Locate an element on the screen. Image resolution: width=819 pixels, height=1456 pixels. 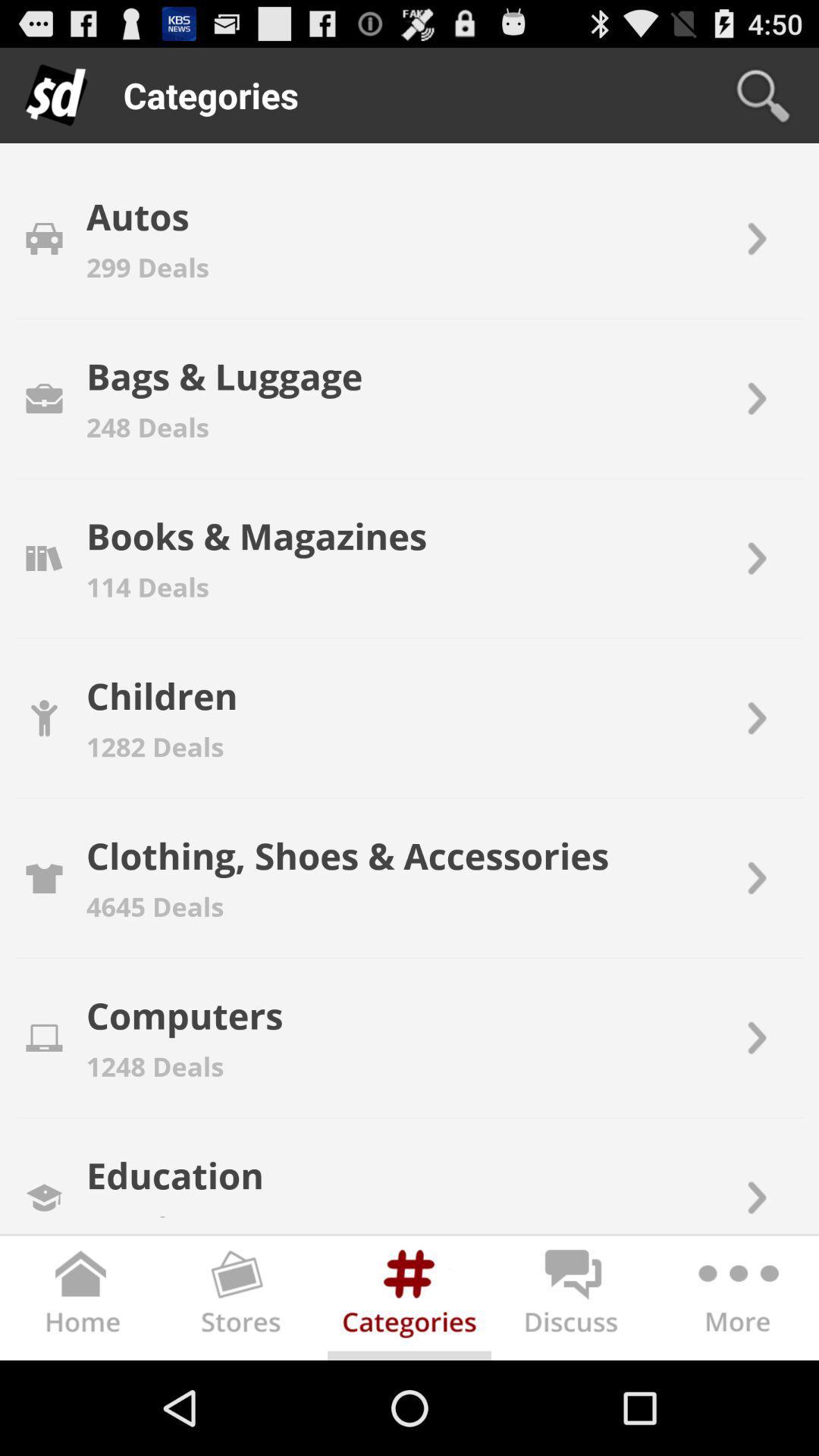
the 299 deals is located at coordinates (148, 267).